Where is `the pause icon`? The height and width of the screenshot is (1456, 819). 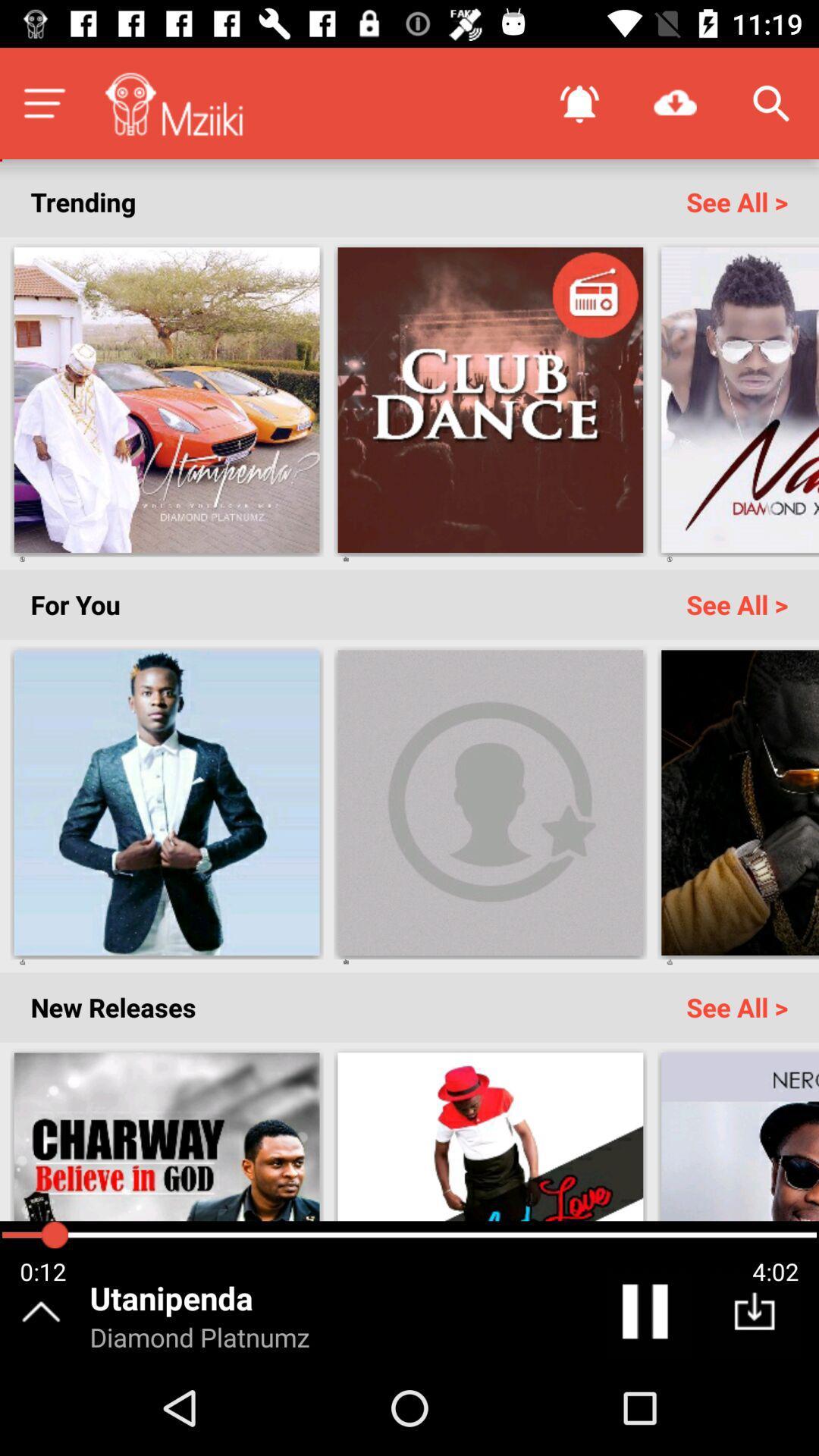 the pause icon is located at coordinates (648, 1314).